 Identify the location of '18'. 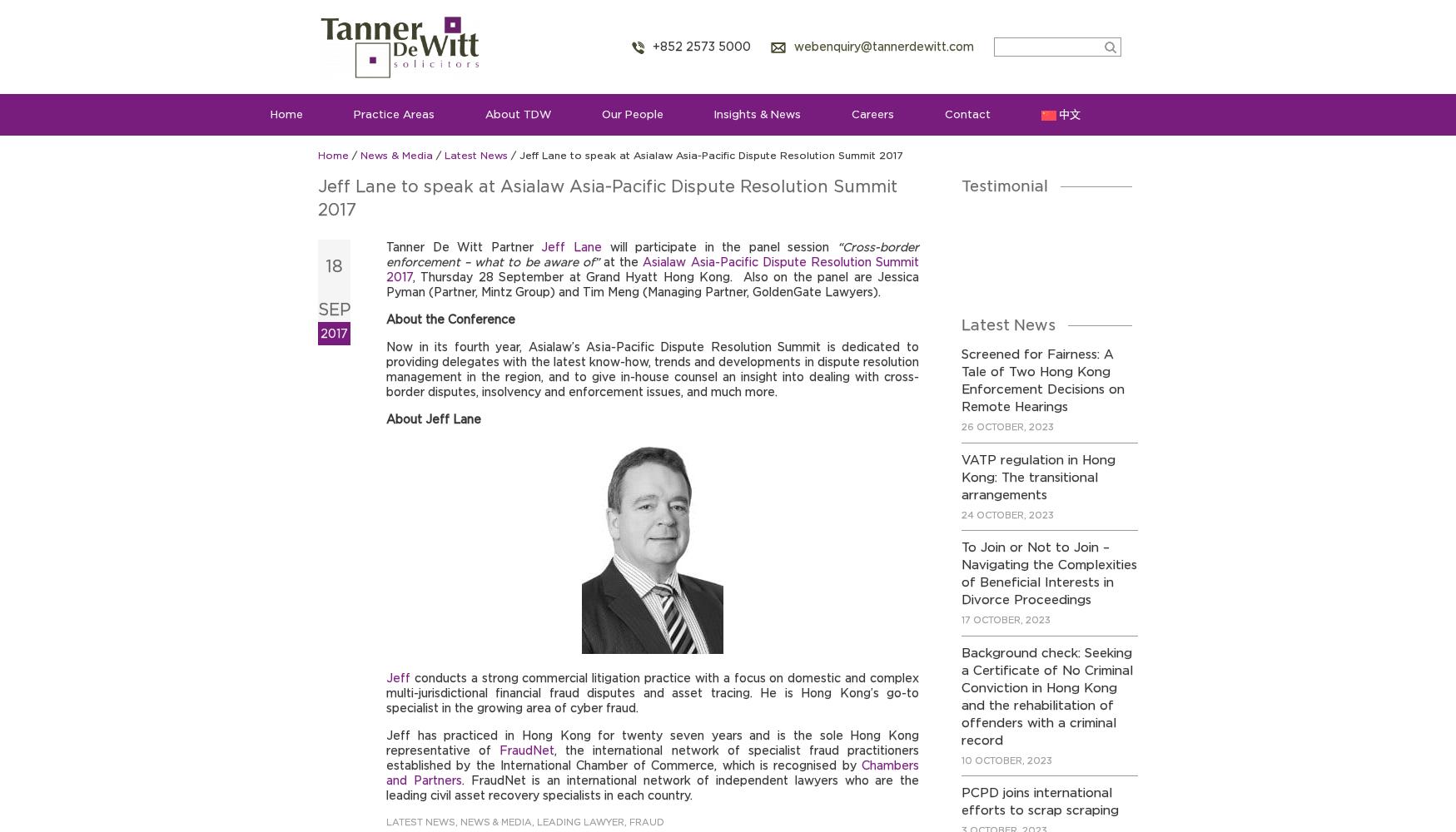
(334, 265).